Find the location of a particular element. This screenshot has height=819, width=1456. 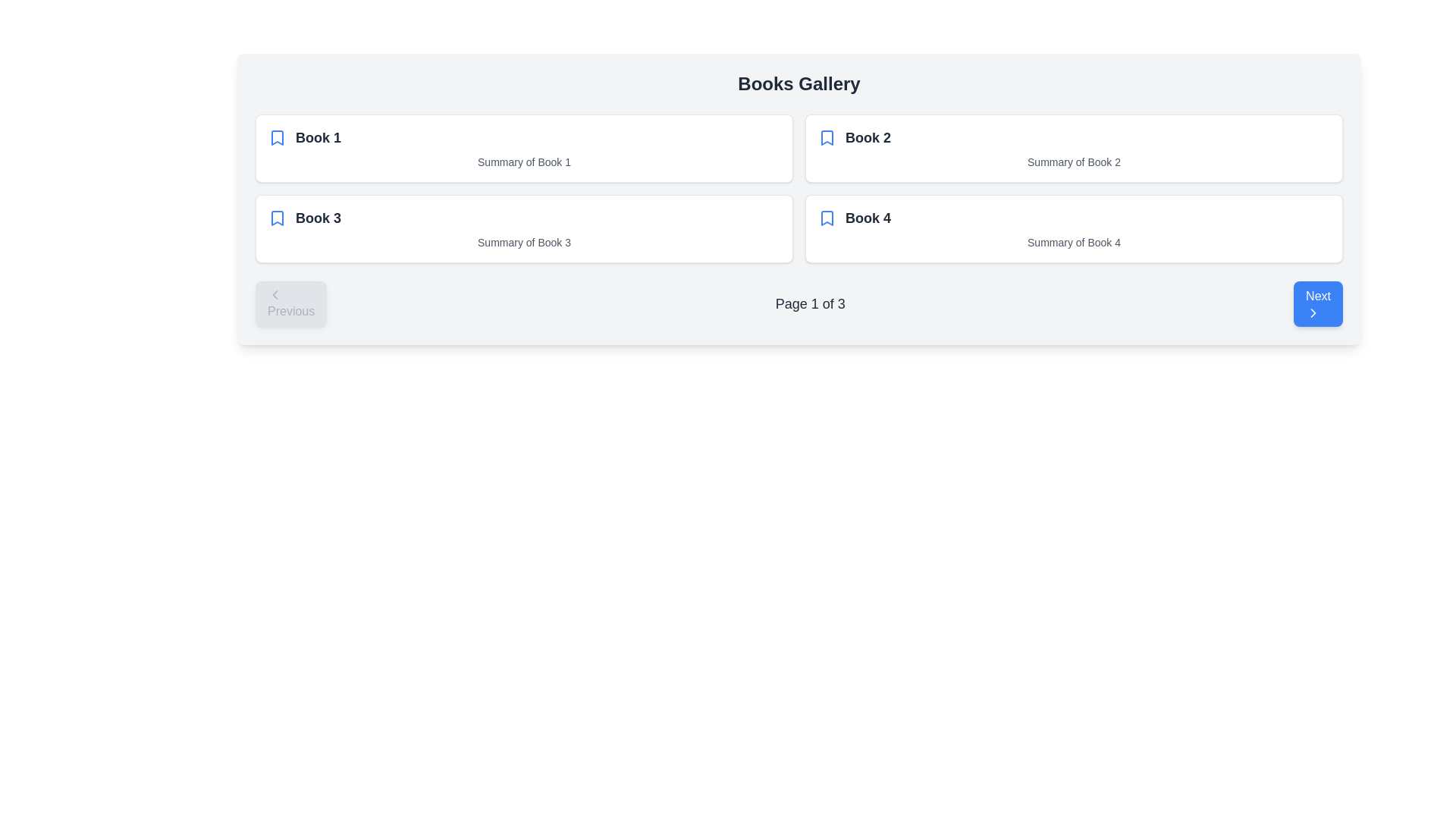

the bookmark icon located in the left column of the grid layout within the second item labeled 'Book 3.' is located at coordinates (277, 218).